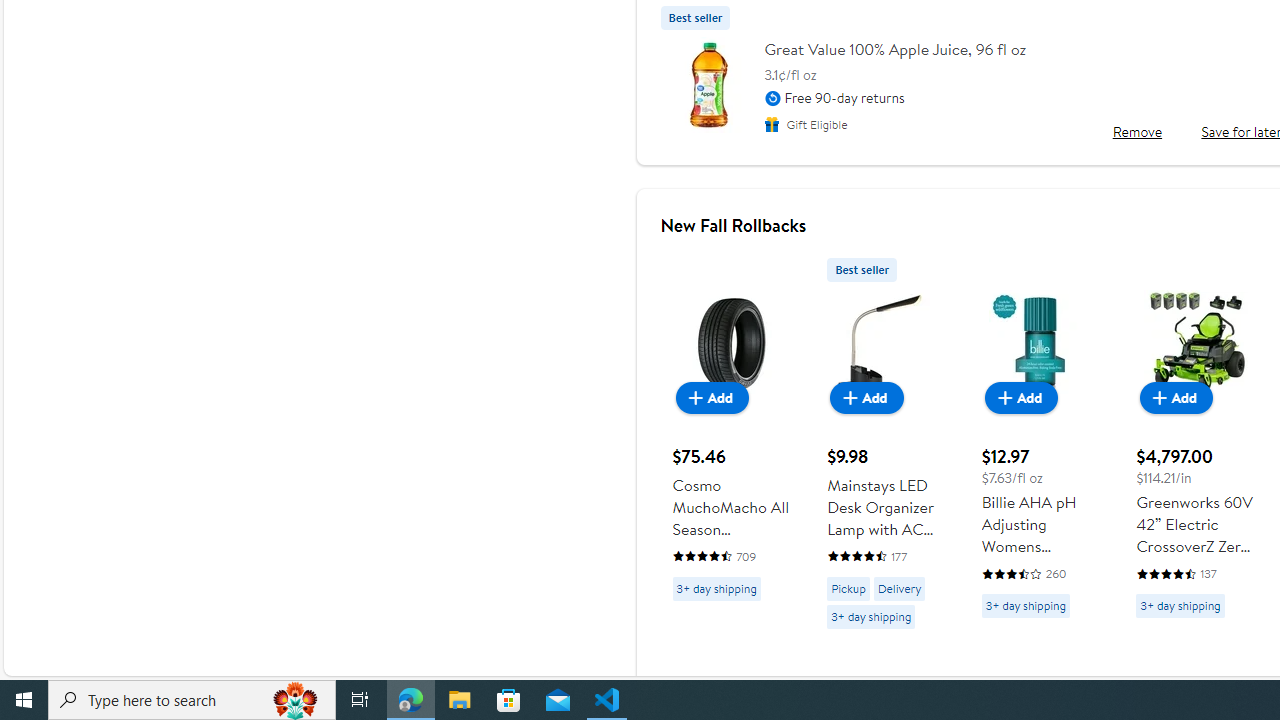 The height and width of the screenshot is (720, 1280). Describe the element at coordinates (1137, 131) in the screenshot. I see `'Remove Great Value 100% Apple Juice, 96 fl oz'` at that location.